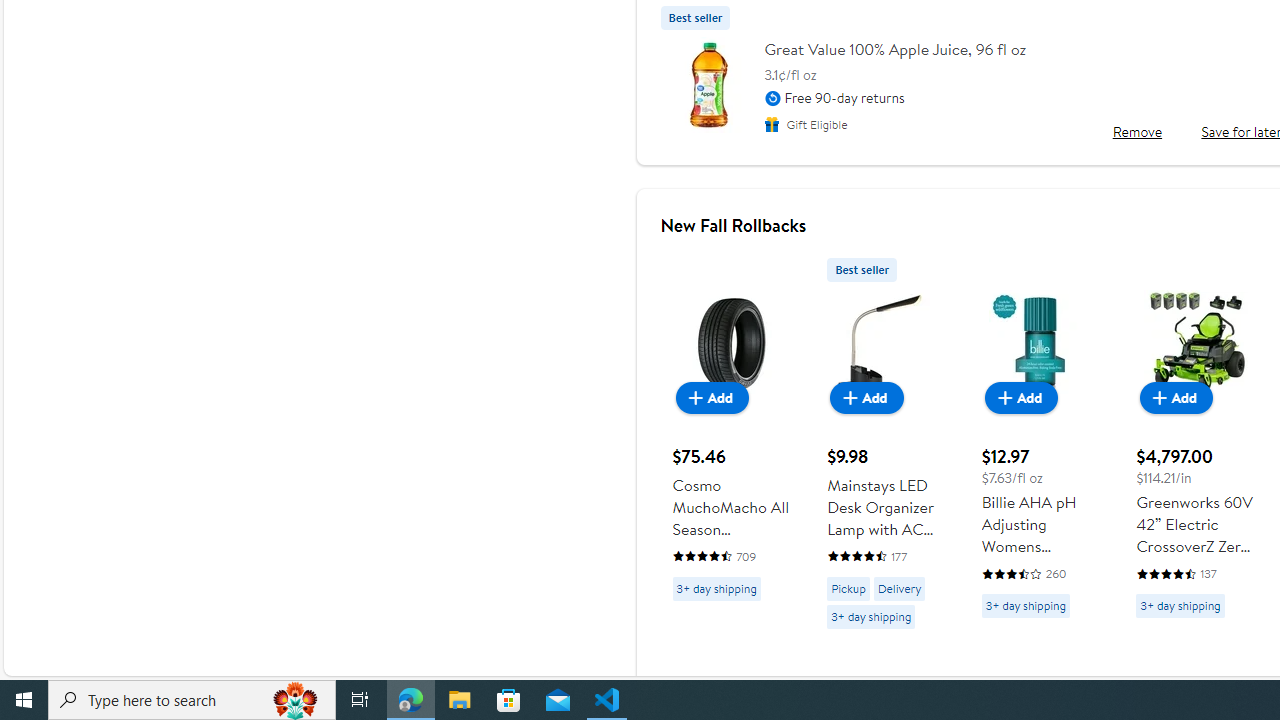 The height and width of the screenshot is (720, 1280). Describe the element at coordinates (1137, 131) in the screenshot. I see `'Remove Great Value 100% Apple Juice, 96 fl oz'` at that location.